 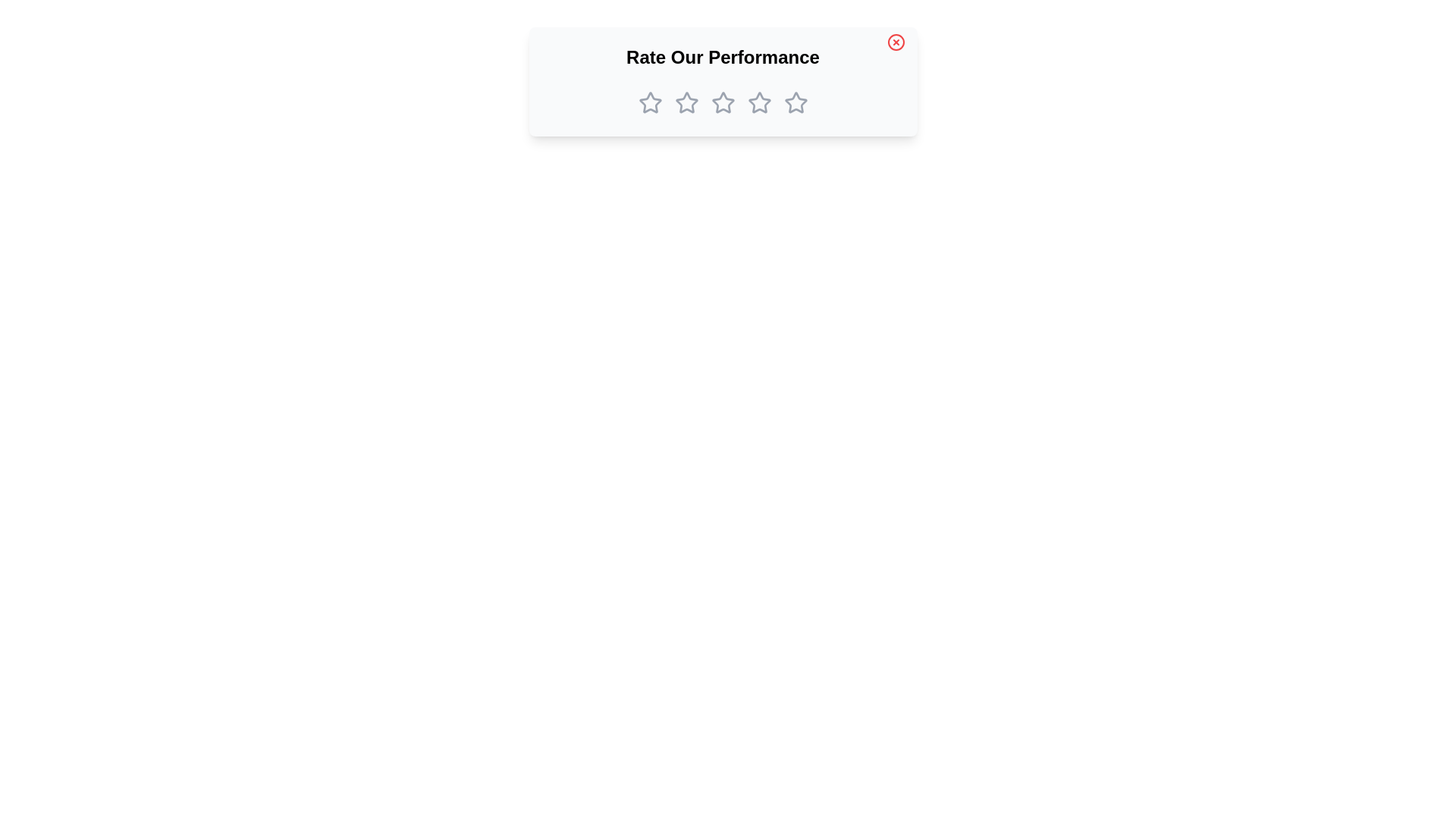 What do you see at coordinates (759, 102) in the screenshot?
I see `the star corresponding to the desired rating 4` at bounding box center [759, 102].